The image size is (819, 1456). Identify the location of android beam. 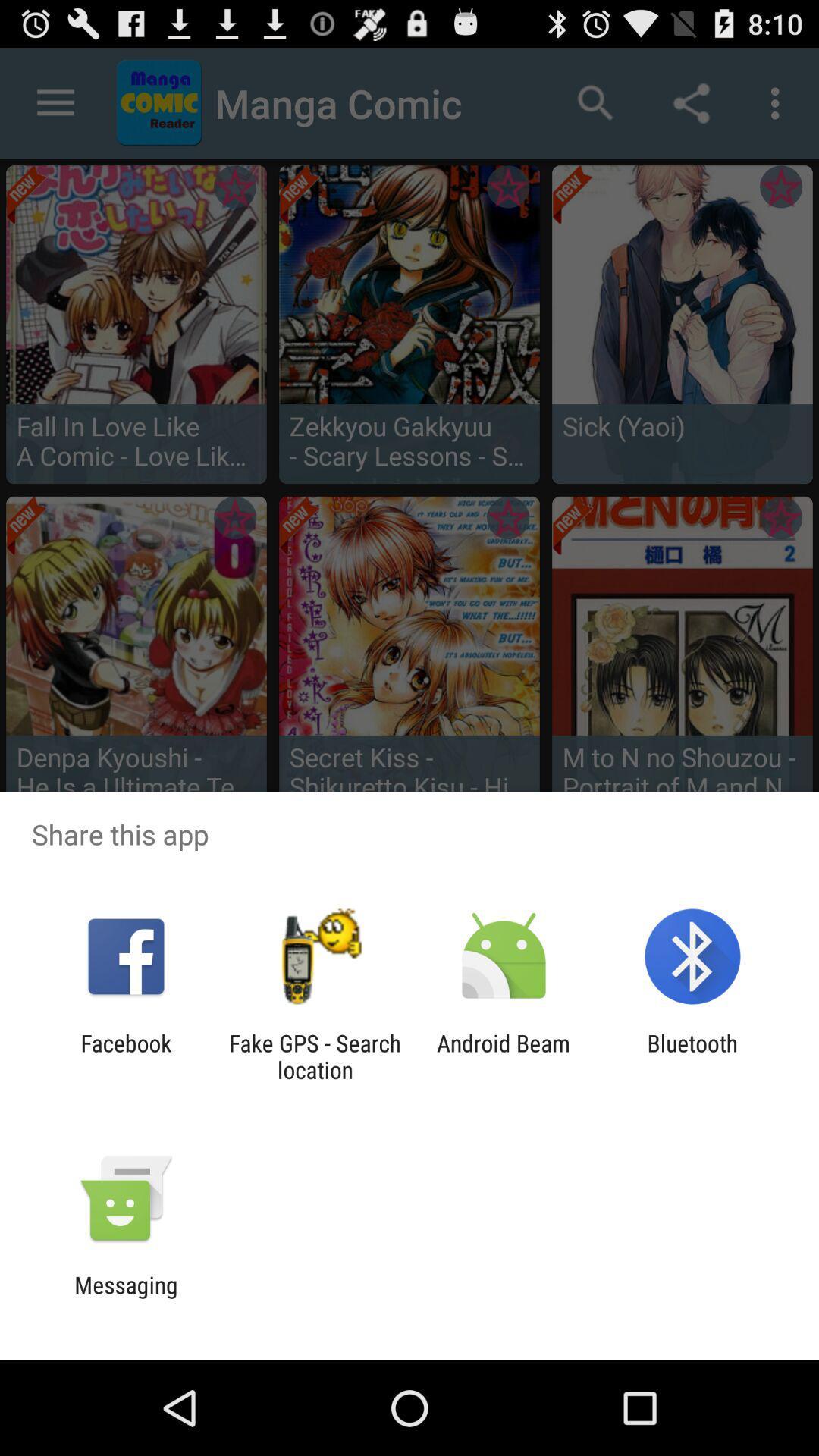
(504, 1056).